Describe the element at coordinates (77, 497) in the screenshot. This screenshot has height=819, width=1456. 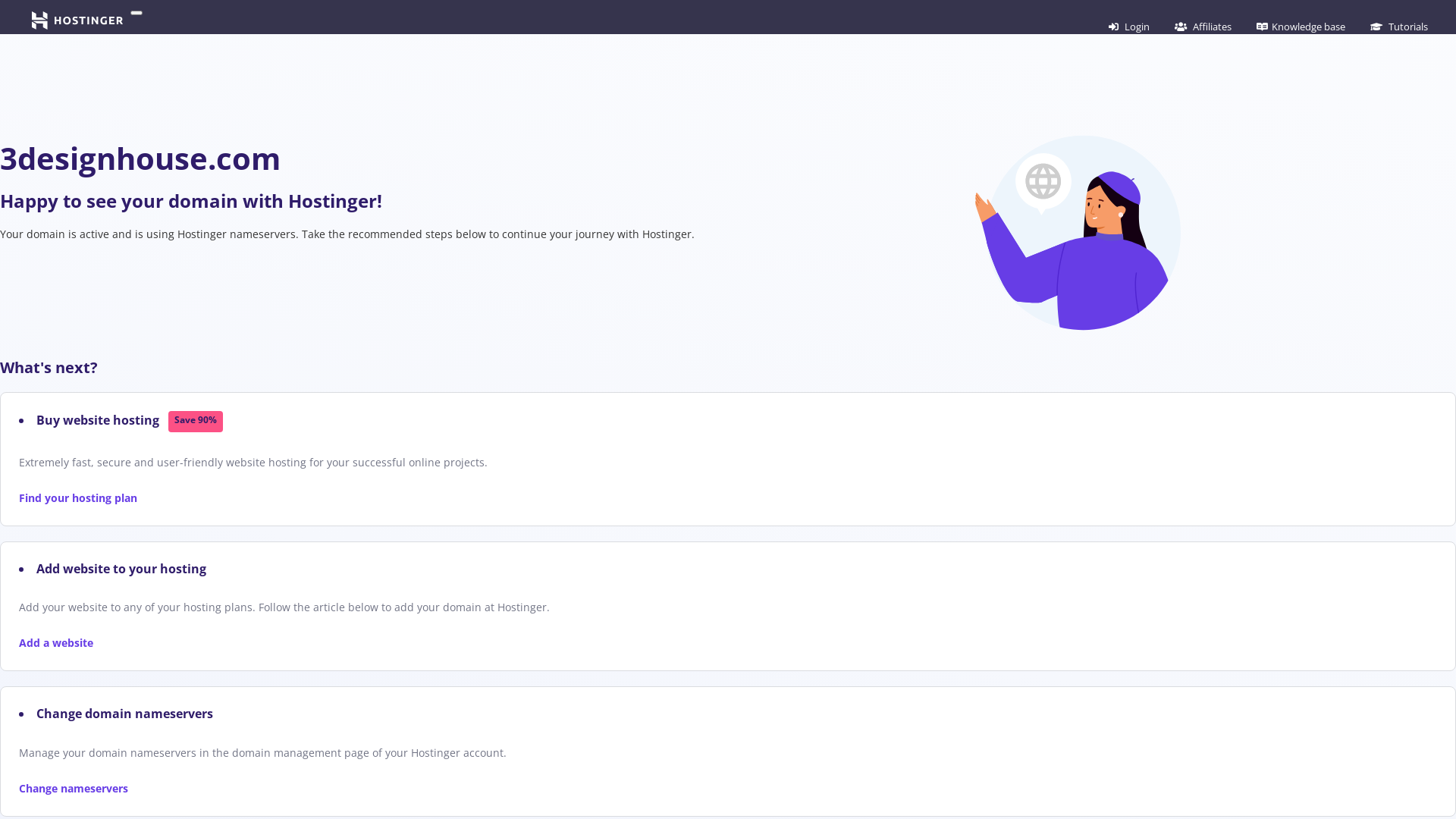
I see `'Find your hosting plan'` at that location.